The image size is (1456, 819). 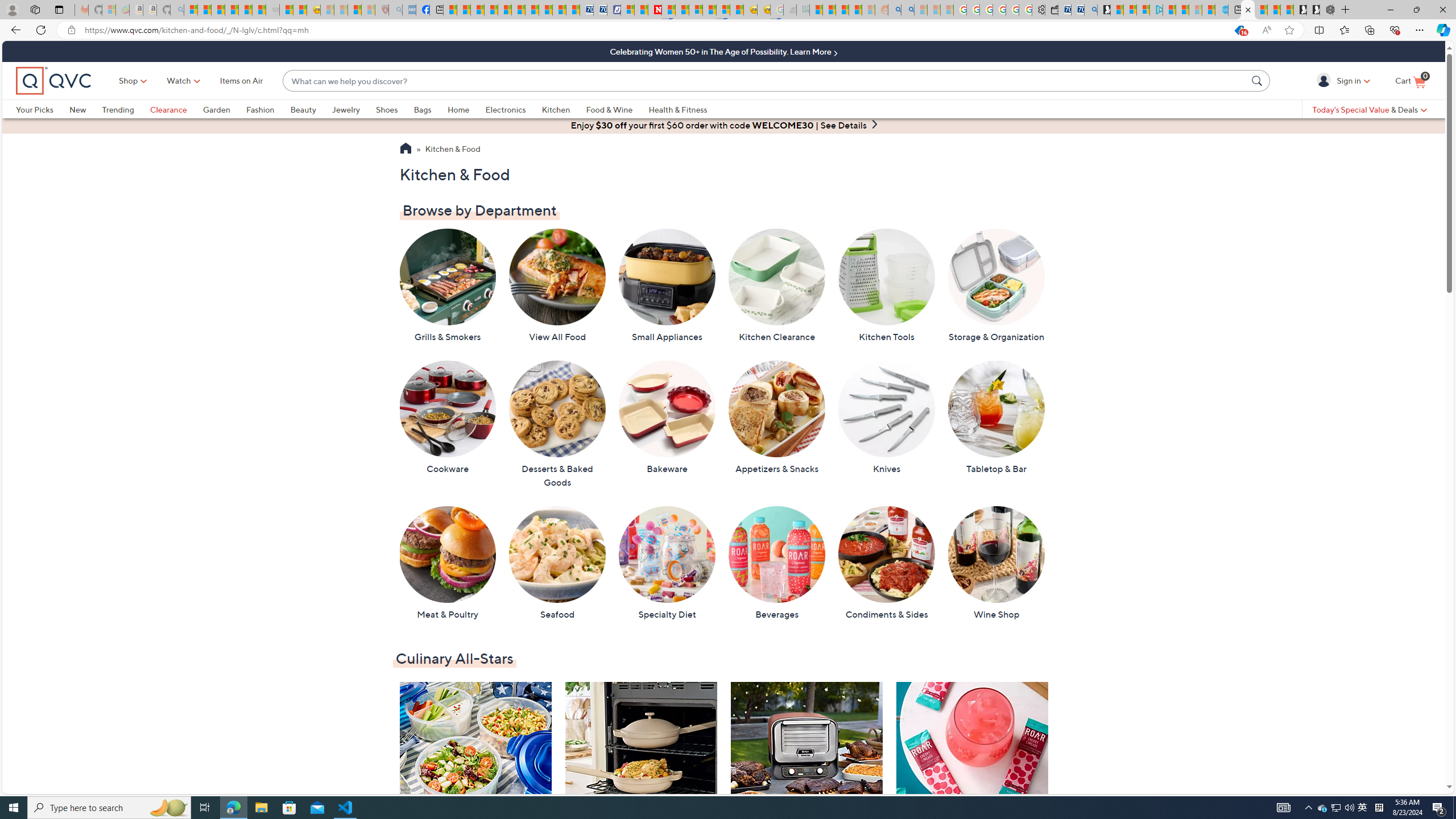 What do you see at coordinates (452, 150) in the screenshot?
I see `'Kitchen & Food'` at bounding box center [452, 150].